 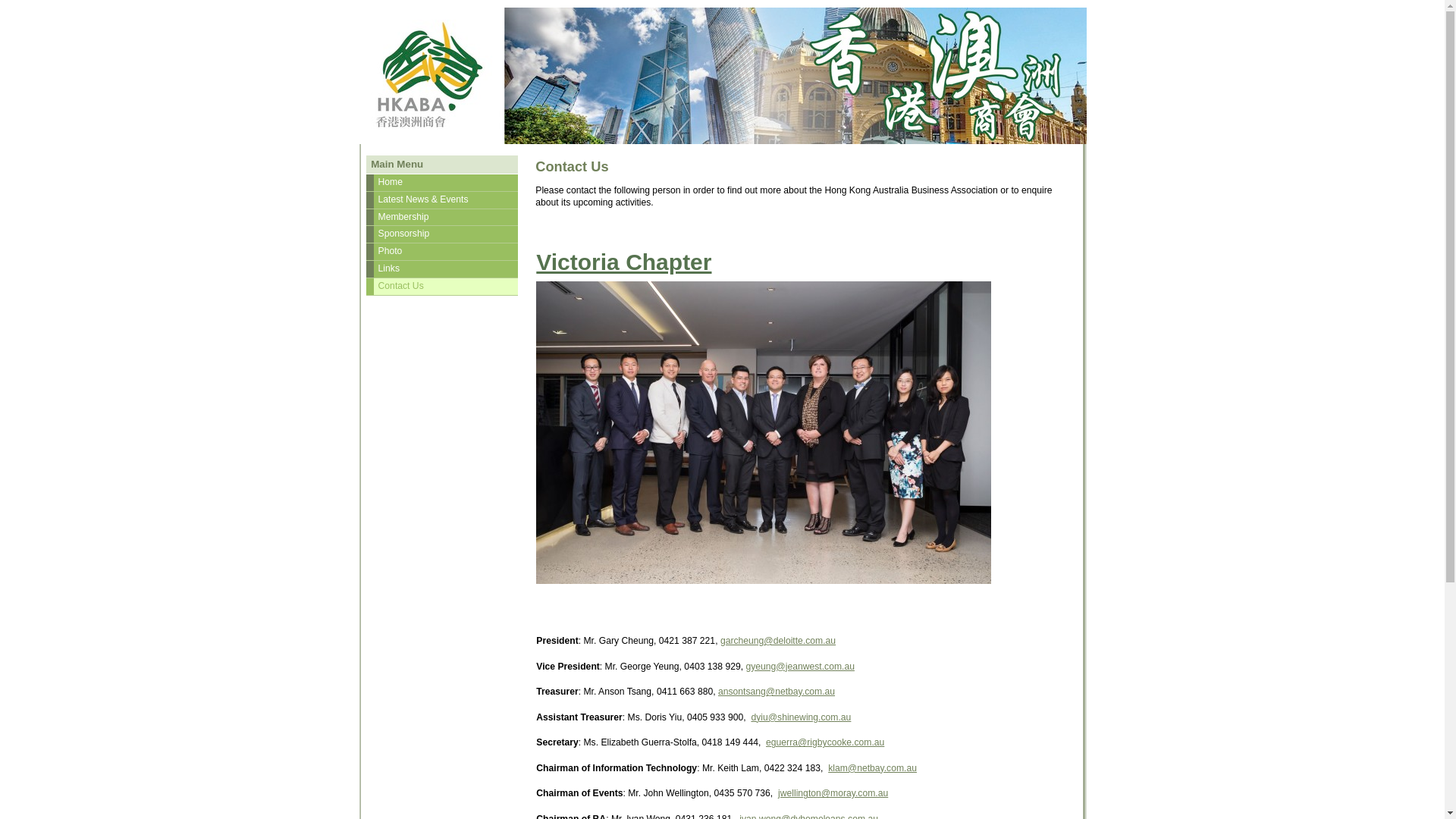 I want to click on 'jwellington@moray.com.au', so click(x=832, y=792).